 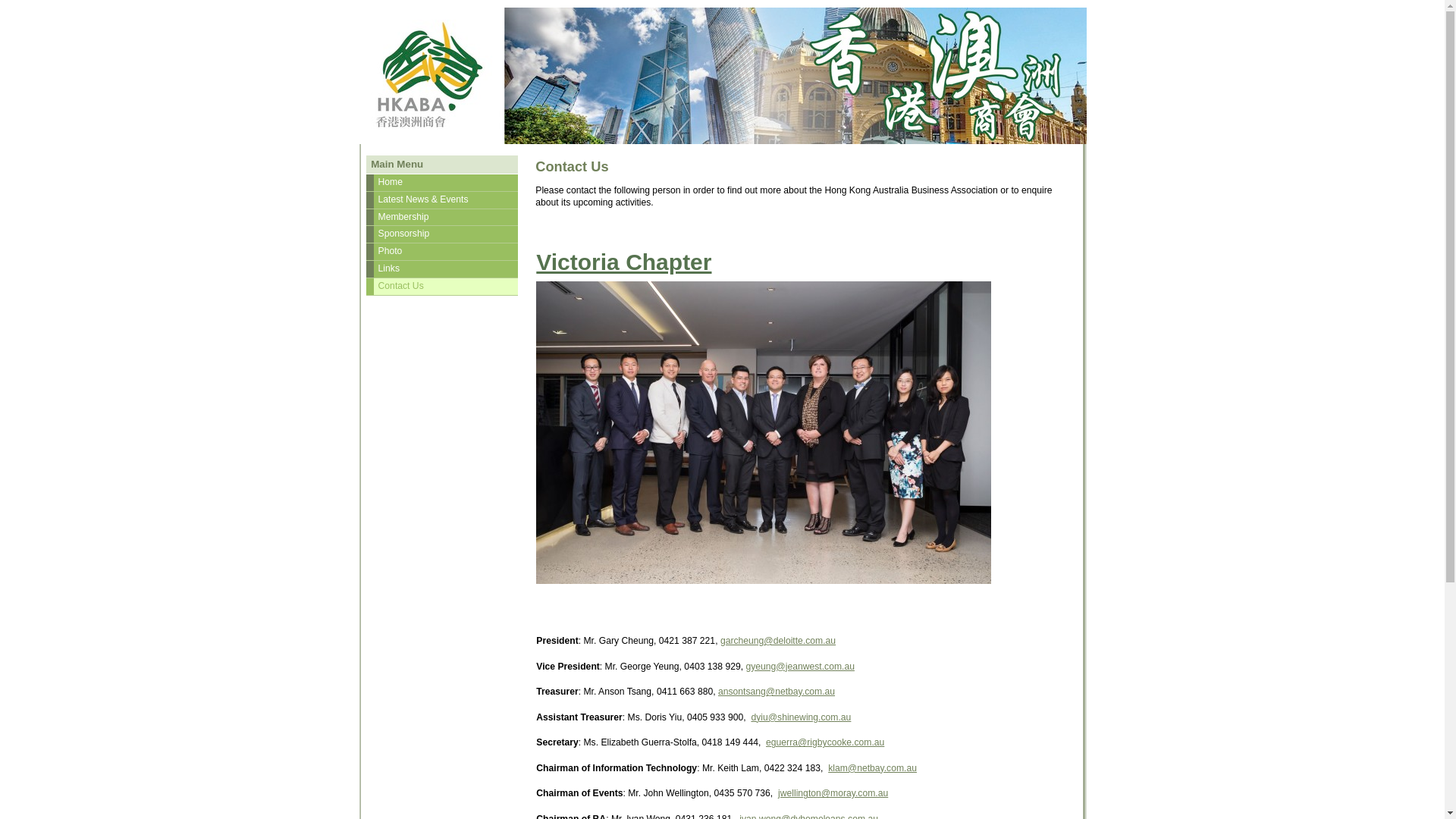 I want to click on 'jwellington@moray.com.au', so click(x=832, y=792).